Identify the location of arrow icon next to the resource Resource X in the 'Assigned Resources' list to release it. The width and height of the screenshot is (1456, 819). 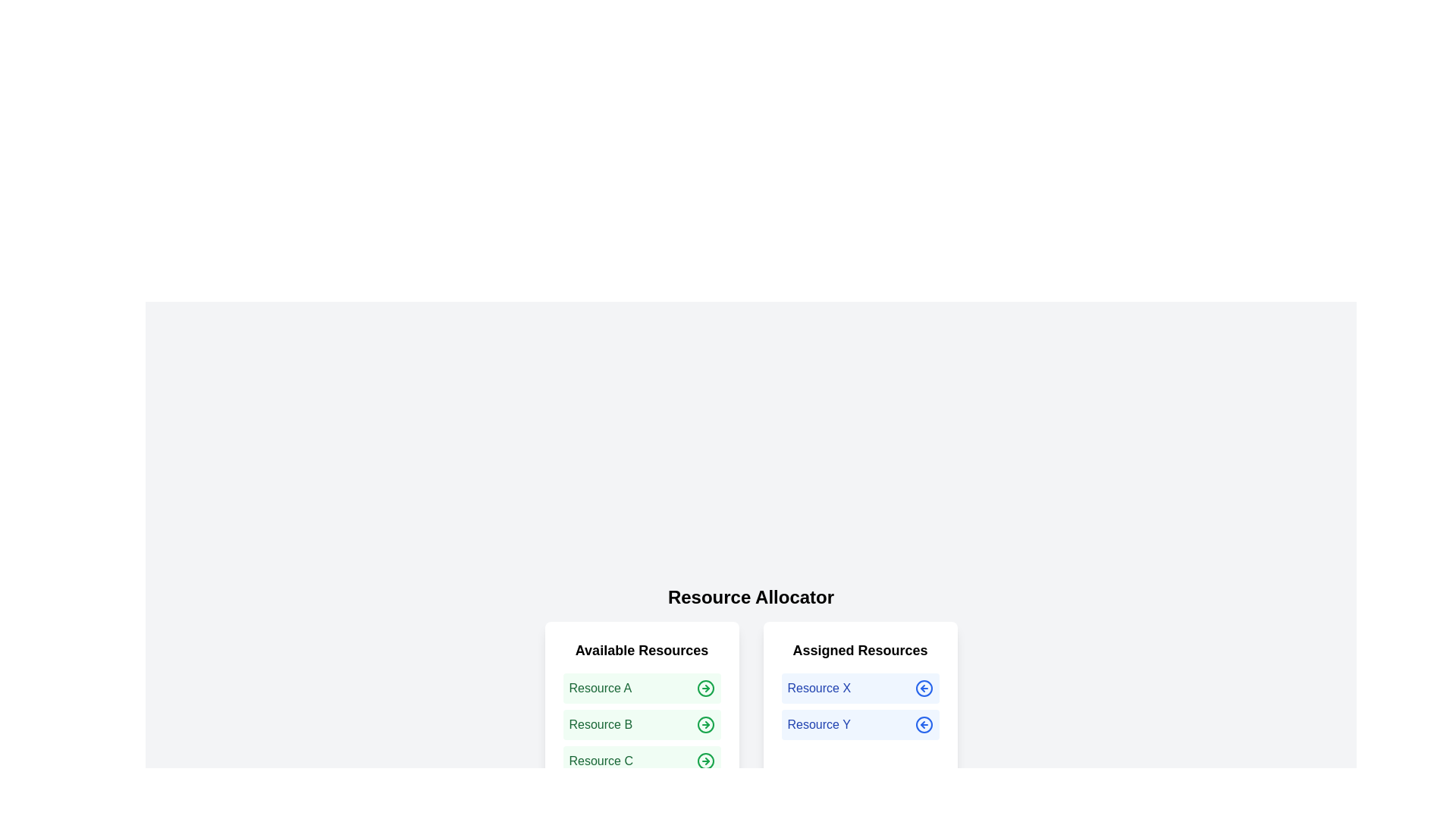
(923, 688).